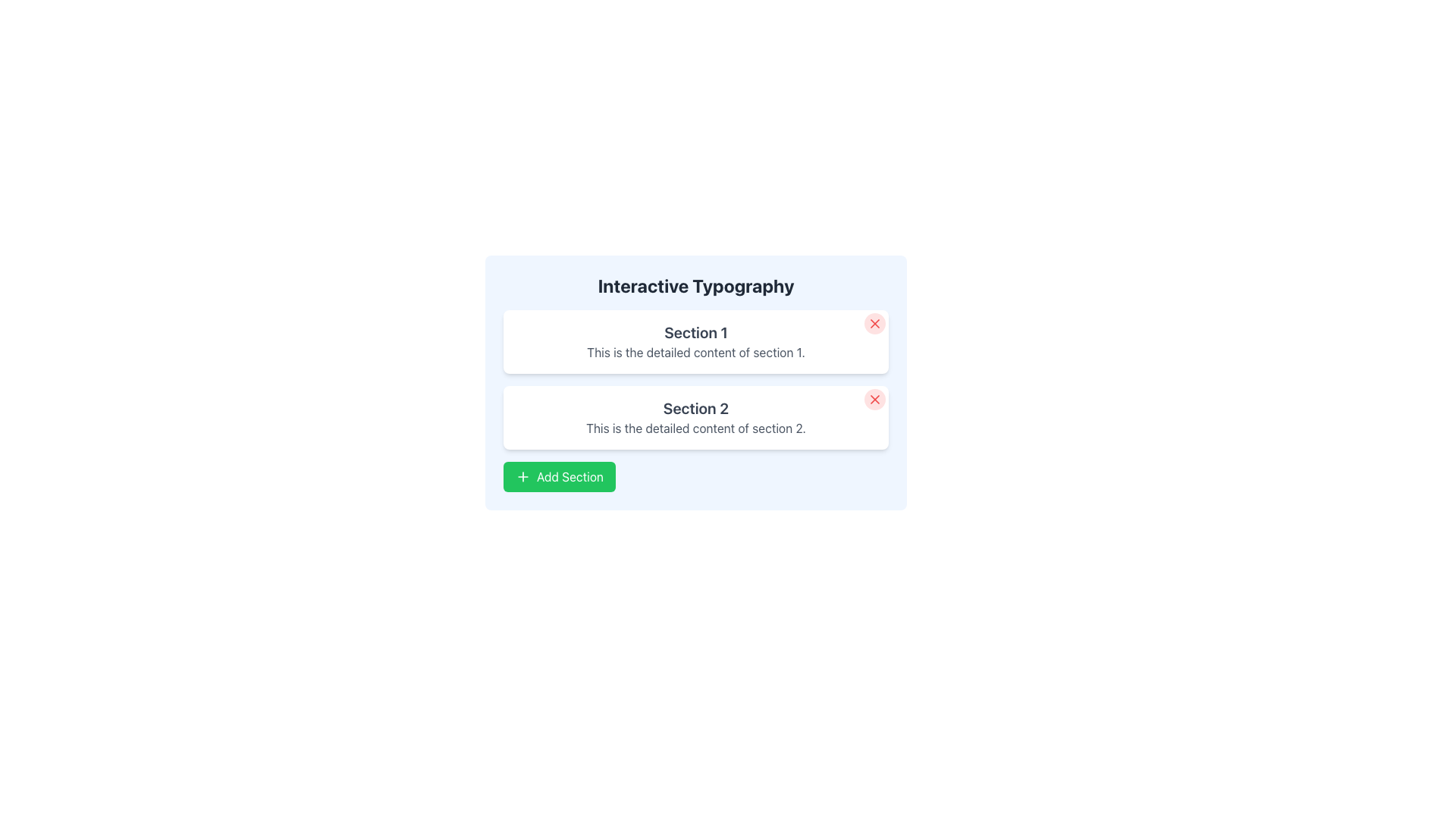 The image size is (1456, 819). I want to click on the descriptive text block under the 'Section 1' header, which provides detailed information regarding this section, so click(695, 353).